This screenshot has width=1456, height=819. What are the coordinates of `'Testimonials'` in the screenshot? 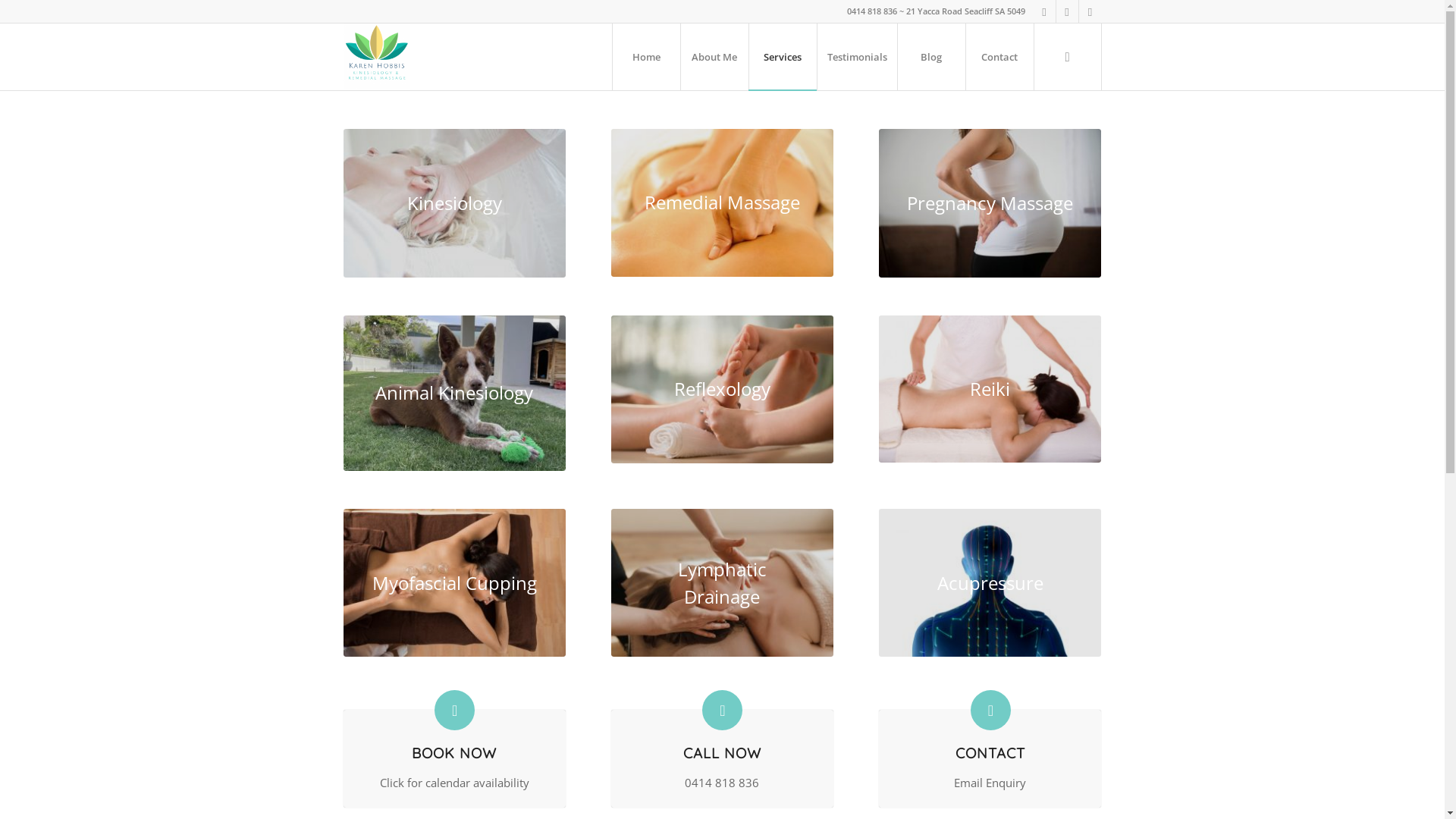 It's located at (855, 55).